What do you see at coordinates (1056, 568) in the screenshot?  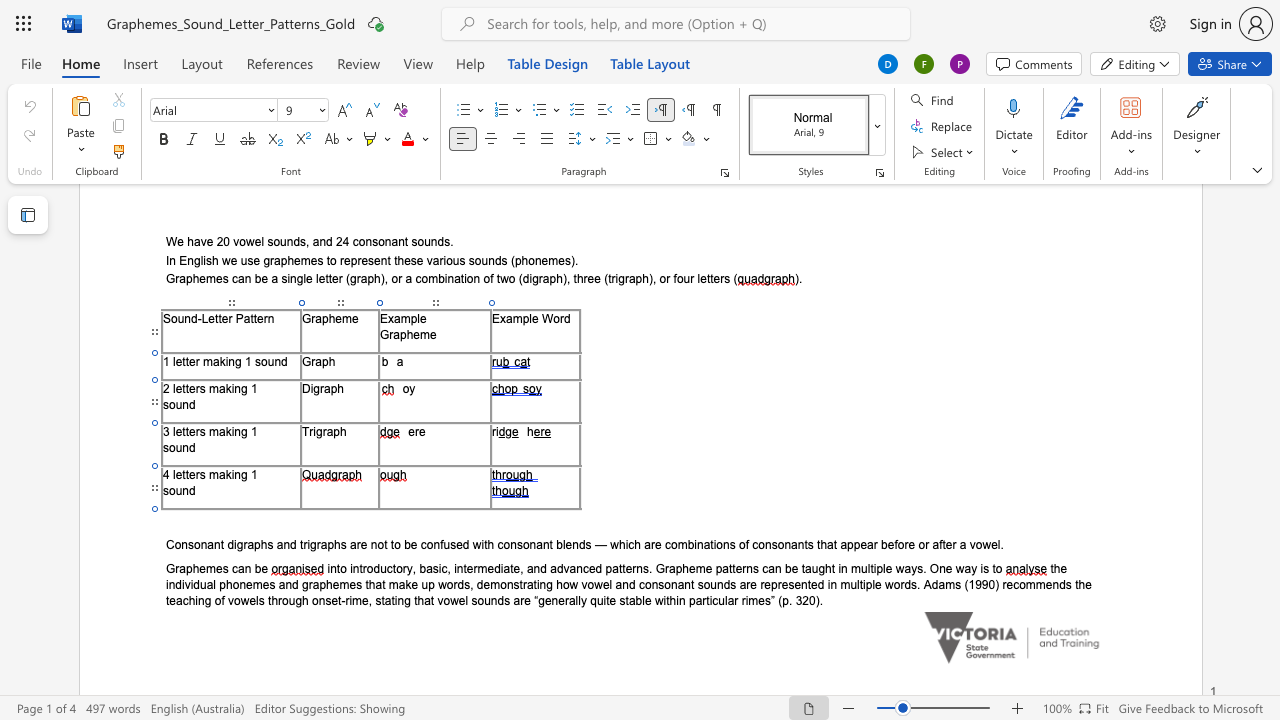 I see `the 1th character "h" in the text` at bounding box center [1056, 568].